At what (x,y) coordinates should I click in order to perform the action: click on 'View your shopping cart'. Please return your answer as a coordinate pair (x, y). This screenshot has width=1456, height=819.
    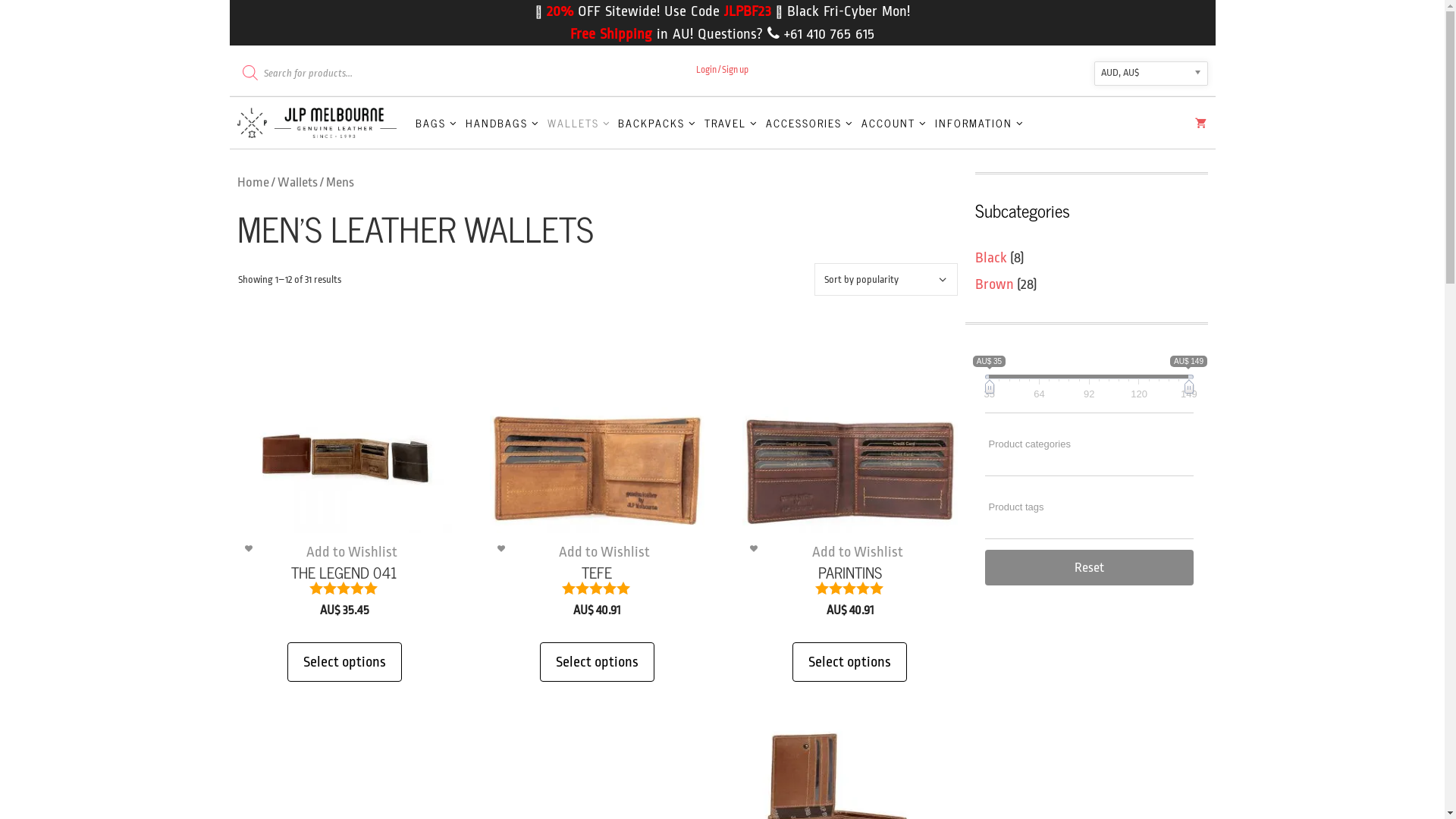
    Looking at the image, I should click on (1200, 124).